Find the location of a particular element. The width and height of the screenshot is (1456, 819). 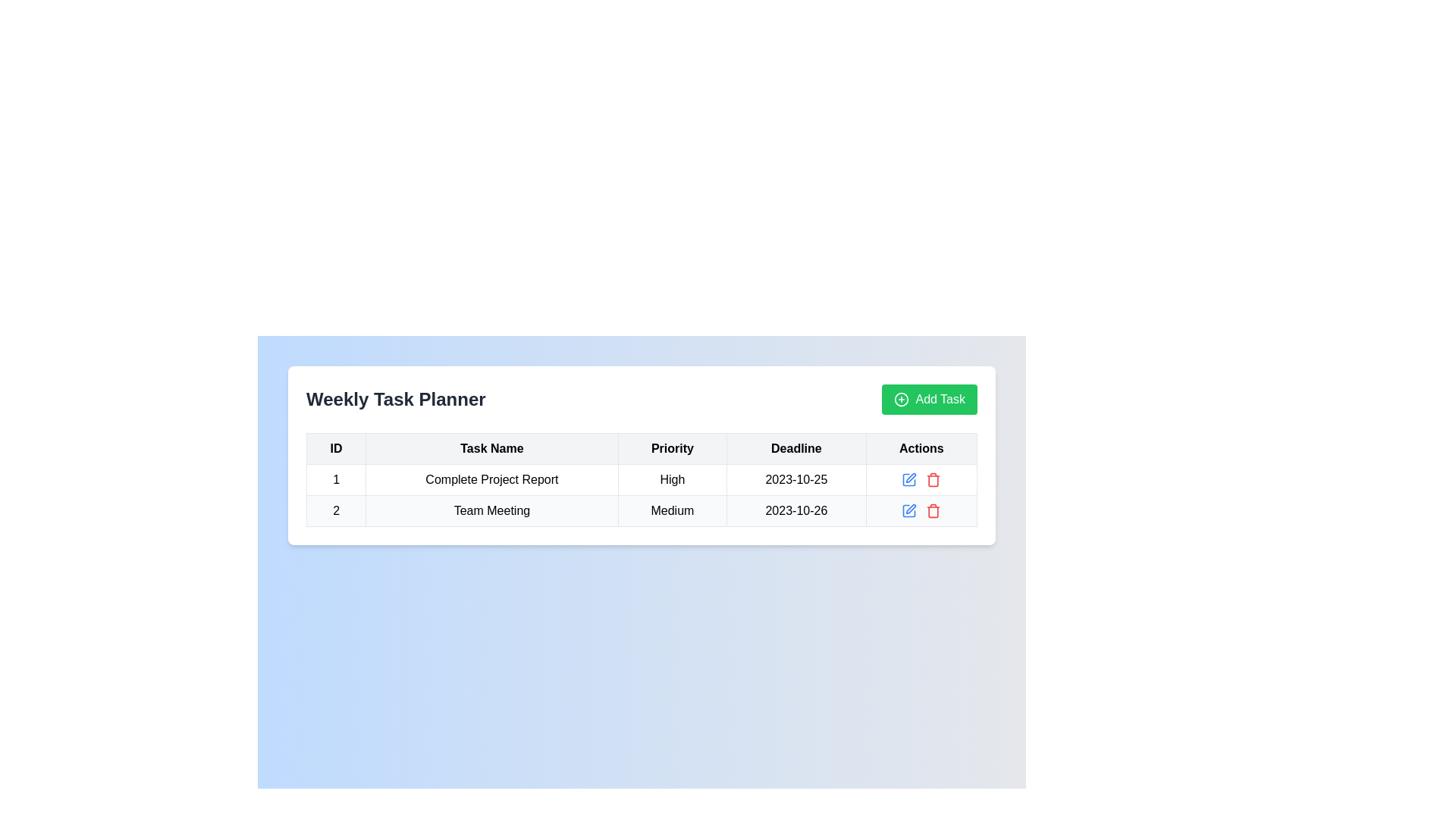

the 'ID' column header cell in the table, which is located in the first column of the header row, to the immediate left of the 'Task Name' header is located at coordinates (335, 447).